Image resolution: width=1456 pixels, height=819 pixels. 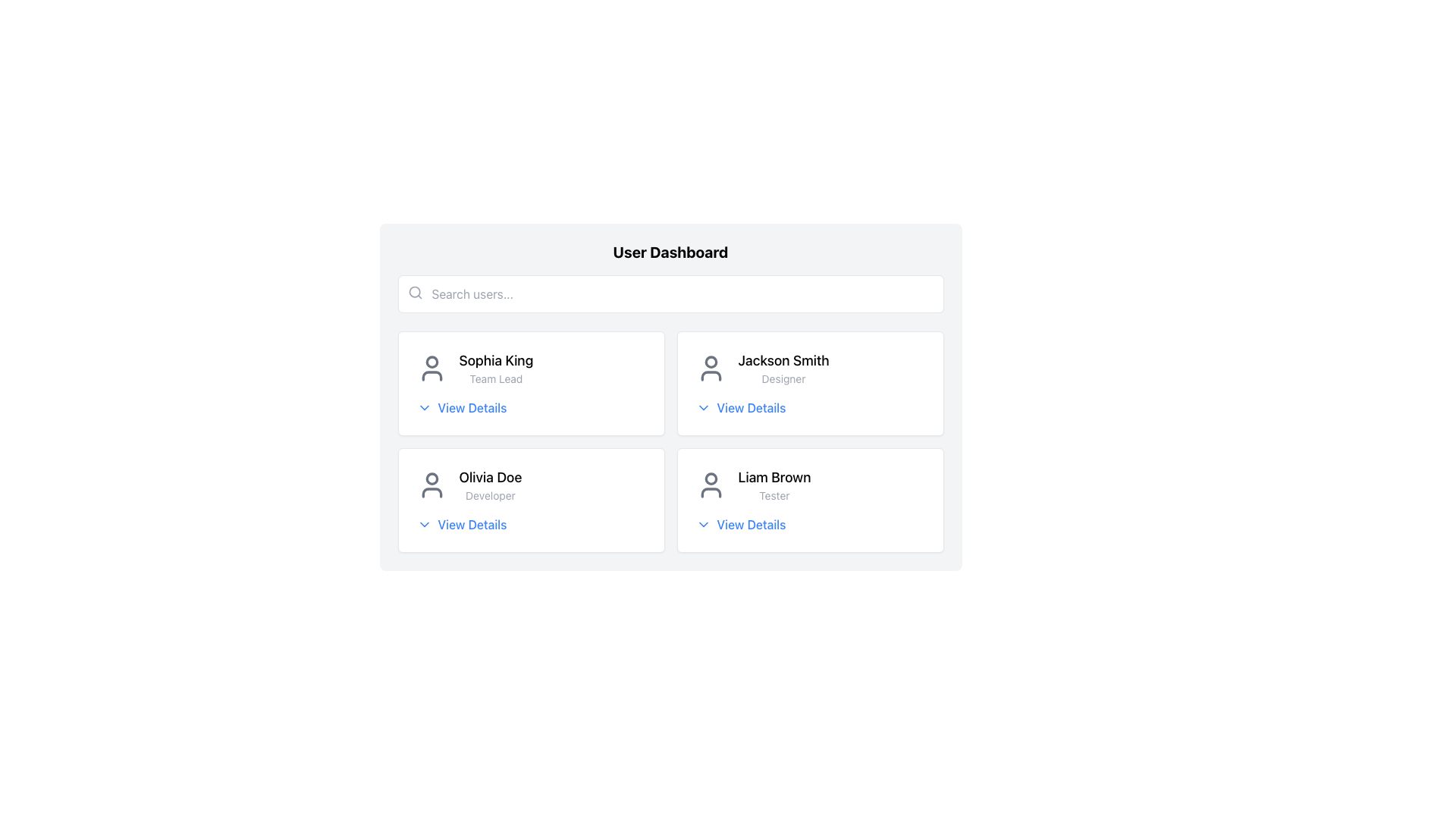 I want to click on the text label displaying 'Jackson Smith' and the title 'Designer' located in the top-right card of the User Dashboard interface, so click(x=783, y=369).